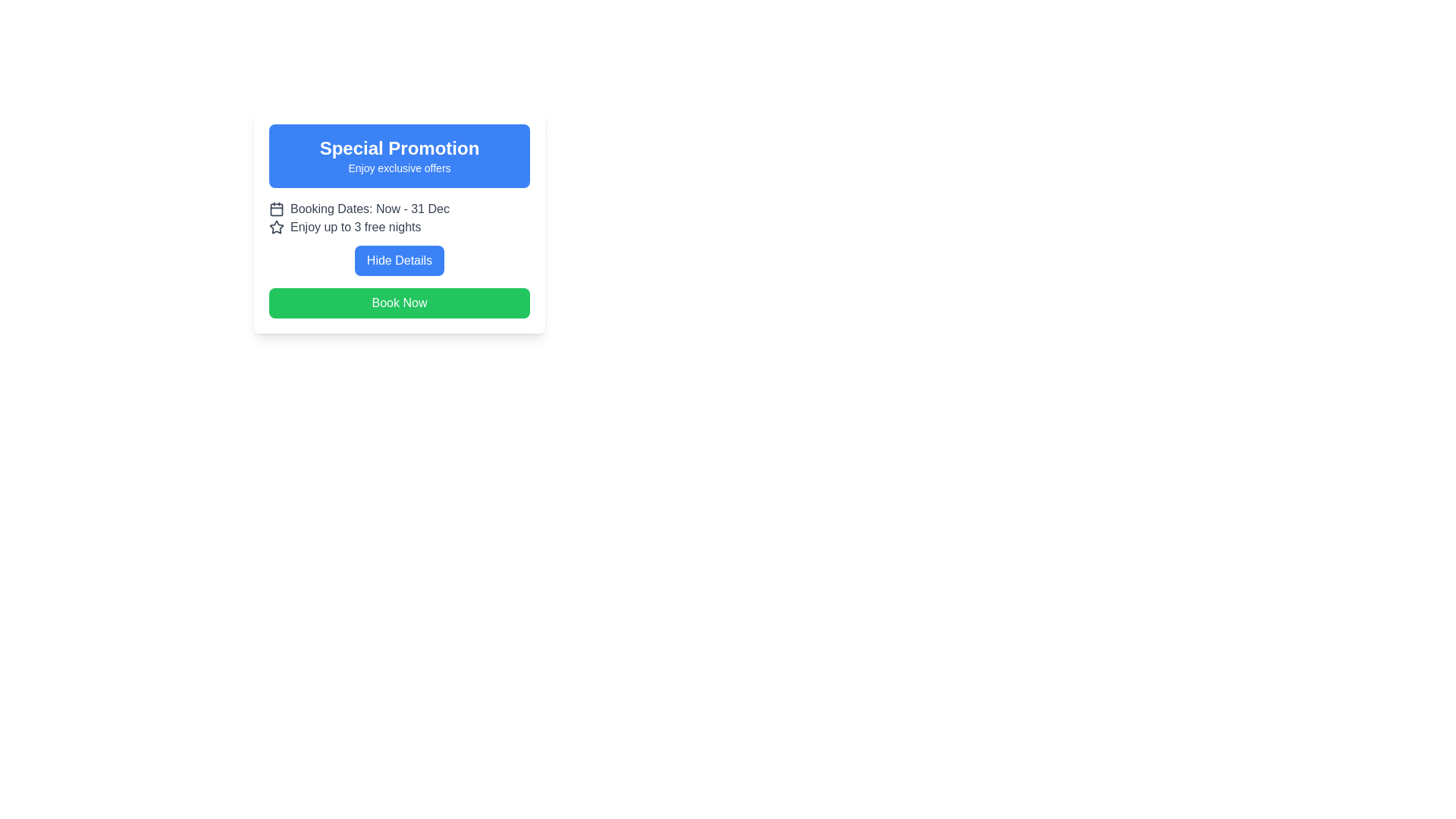 This screenshot has height=819, width=1456. What do you see at coordinates (400, 259) in the screenshot?
I see `the button located beneath the text 'Booking Dates: Now - 31 Dec' and above the green 'Book Now' button` at bounding box center [400, 259].